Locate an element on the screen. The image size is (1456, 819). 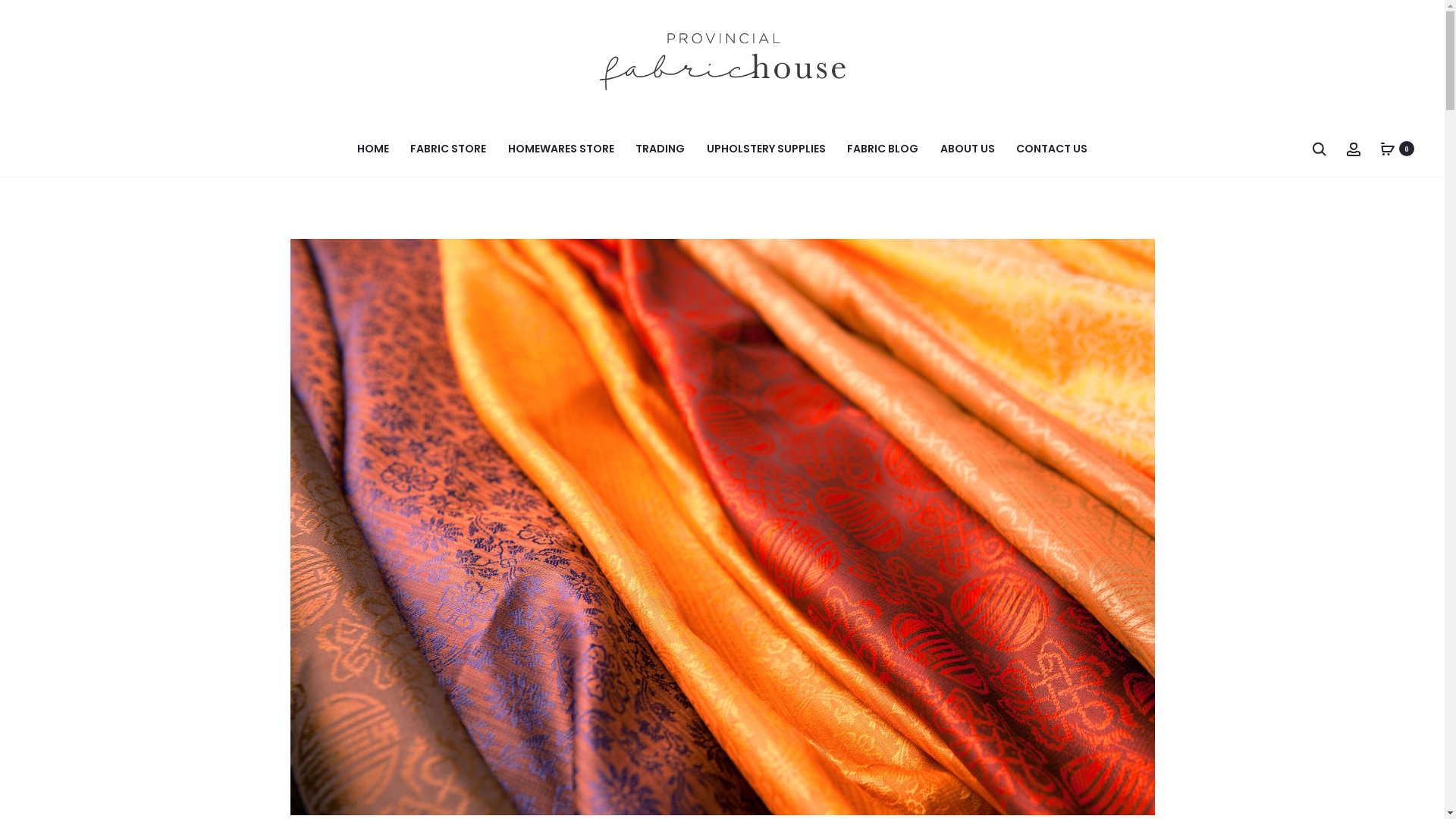
'0' is located at coordinates (1387, 148).